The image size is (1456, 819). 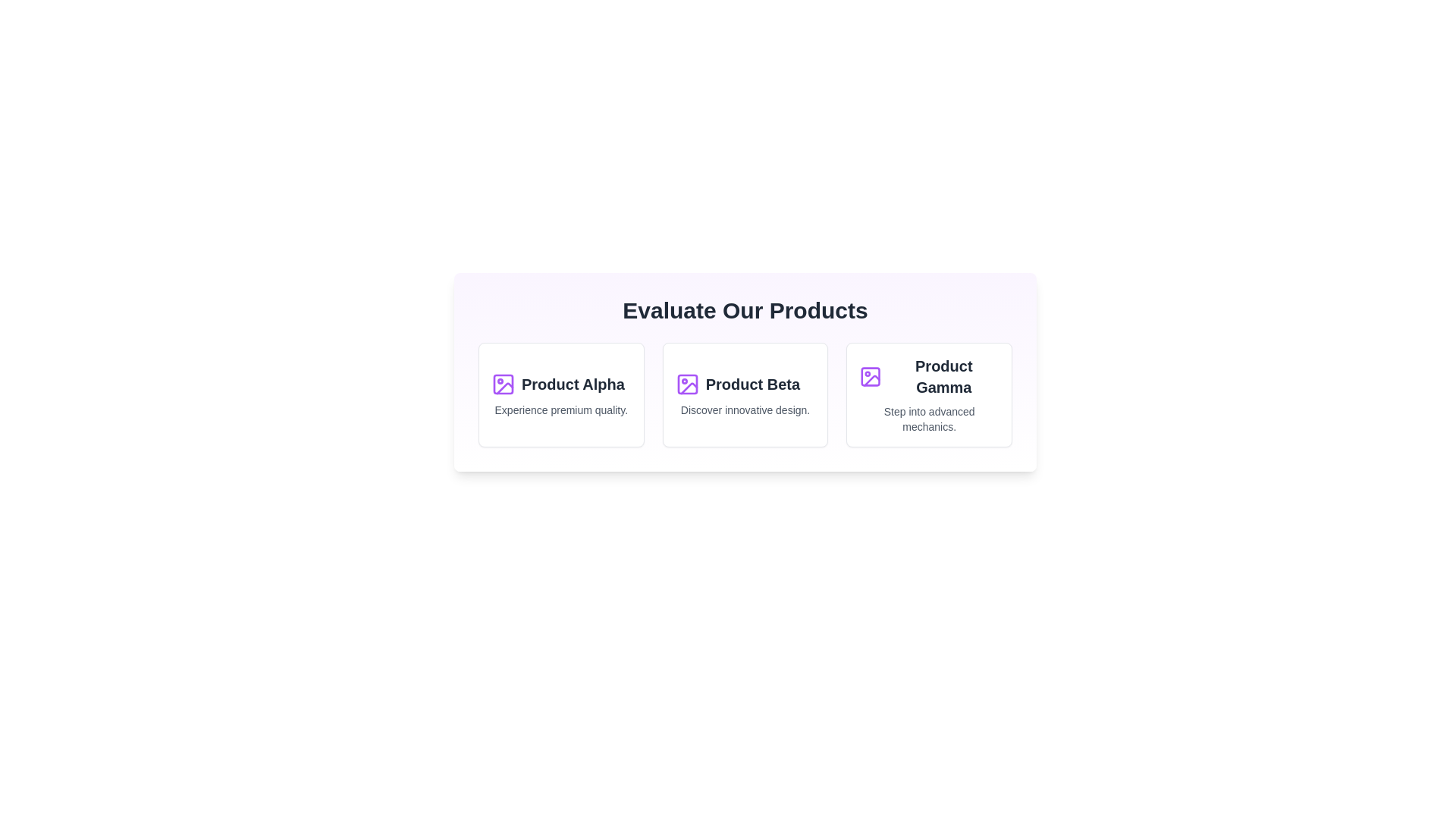 What do you see at coordinates (745, 394) in the screenshot?
I see `the second card in the series, which provides information about 'Product Beta'` at bounding box center [745, 394].